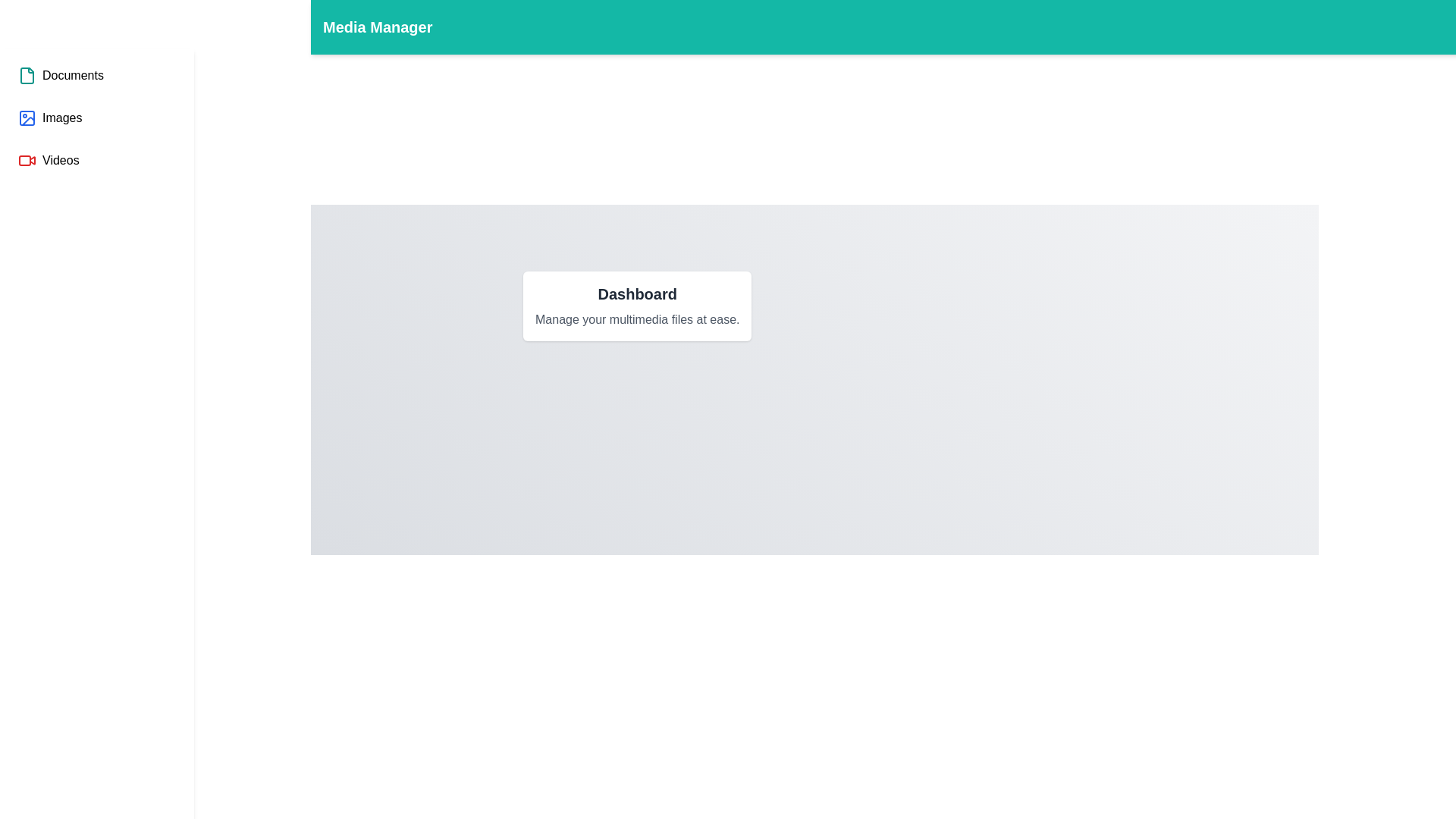 The width and height of the screenshot is (1456, 819). Describe the element at coordinates (637, 306) in the screenshot. I see `the Informational Card with the text 'Dashboard' at the center of the visible area` at that location.